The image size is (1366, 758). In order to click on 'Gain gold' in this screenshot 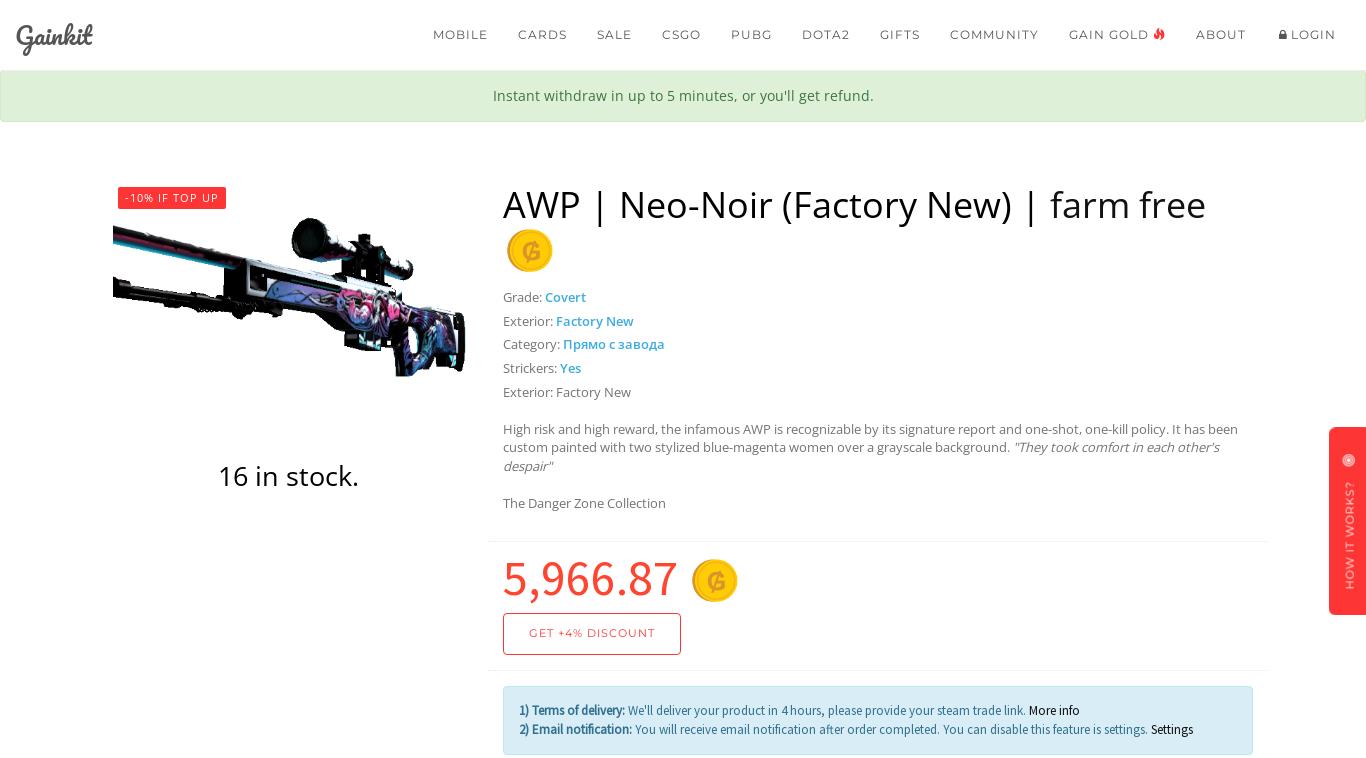, I will do `click(1109, 33)`.